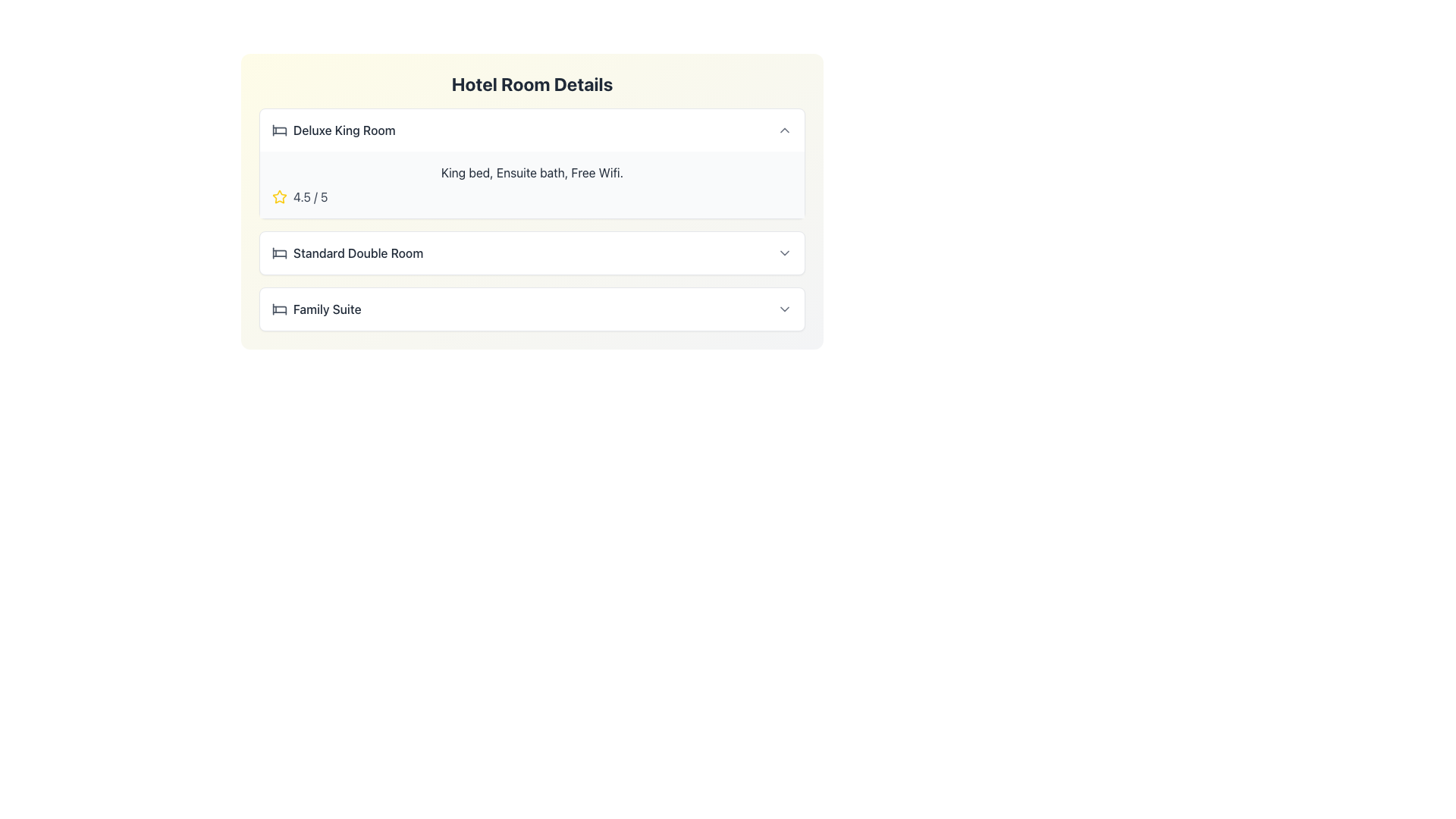  I want to click on the downward-pointing chevron icon styled in gray, located to the right of the 'Family Suite' text in the hotel room types list, so click(785, 309).